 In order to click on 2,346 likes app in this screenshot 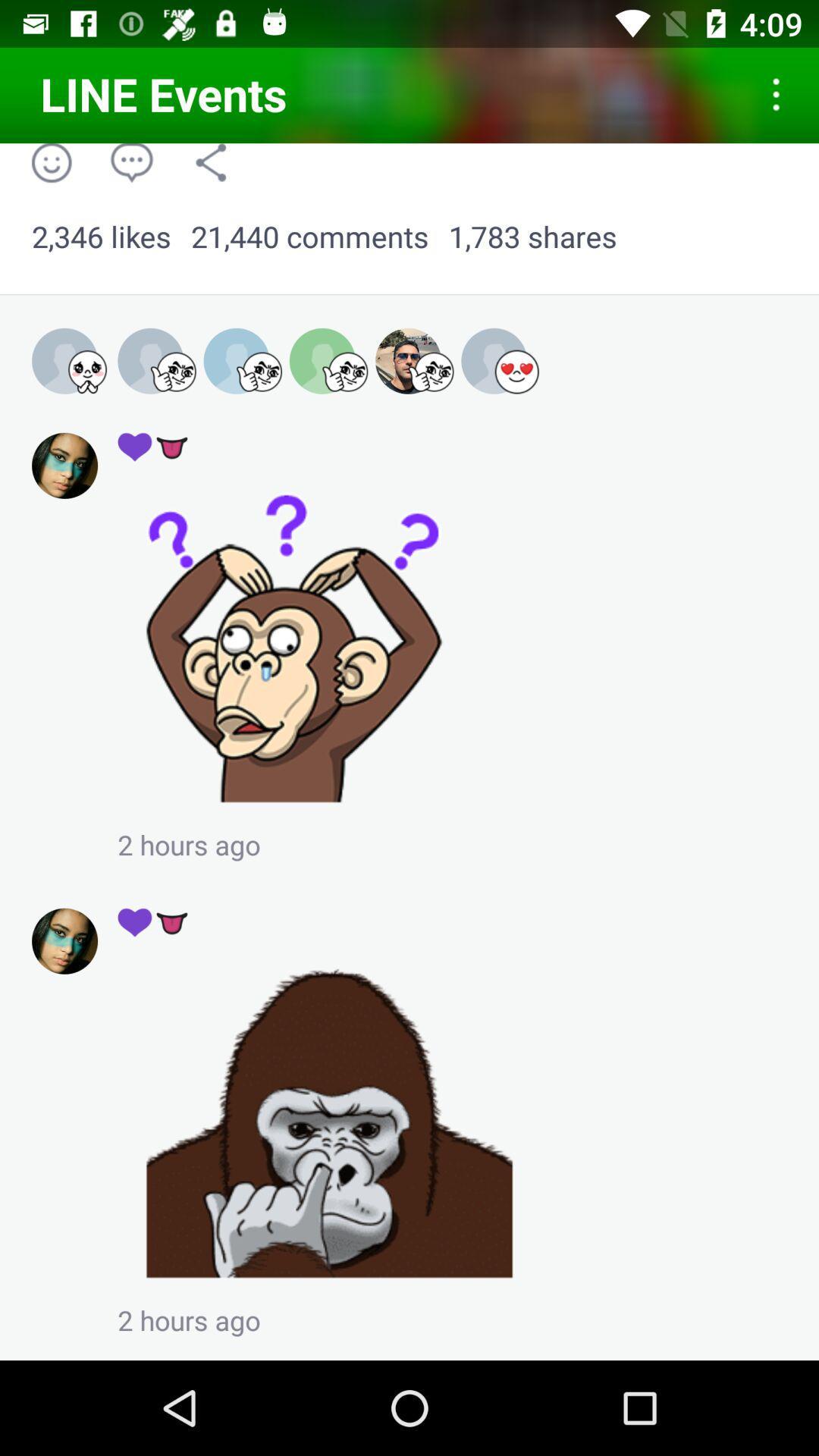, I will do `click(101, 237)`.